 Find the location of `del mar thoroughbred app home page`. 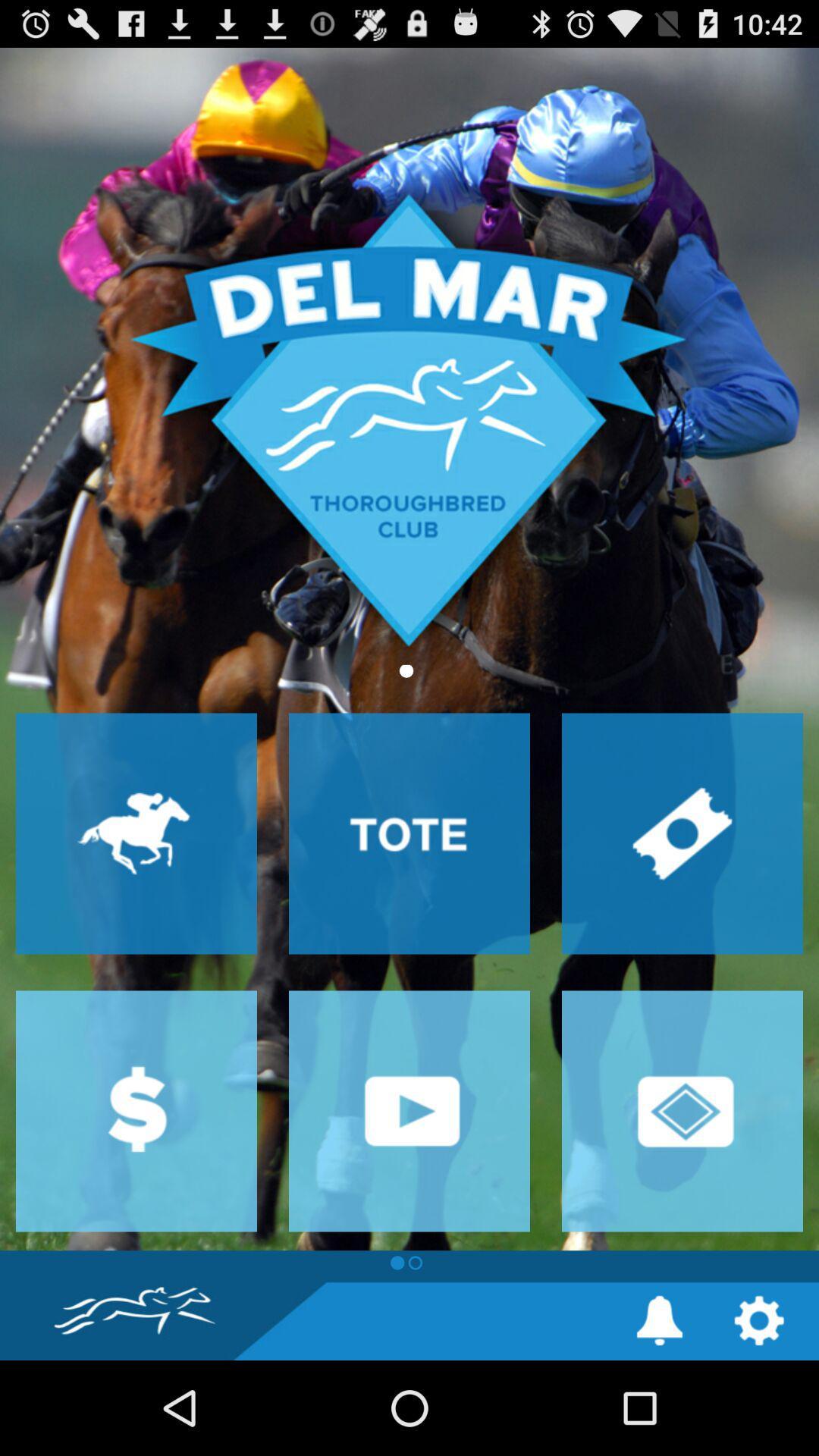

del mar thoroughbred app home page is located at coordinates (409, 649).